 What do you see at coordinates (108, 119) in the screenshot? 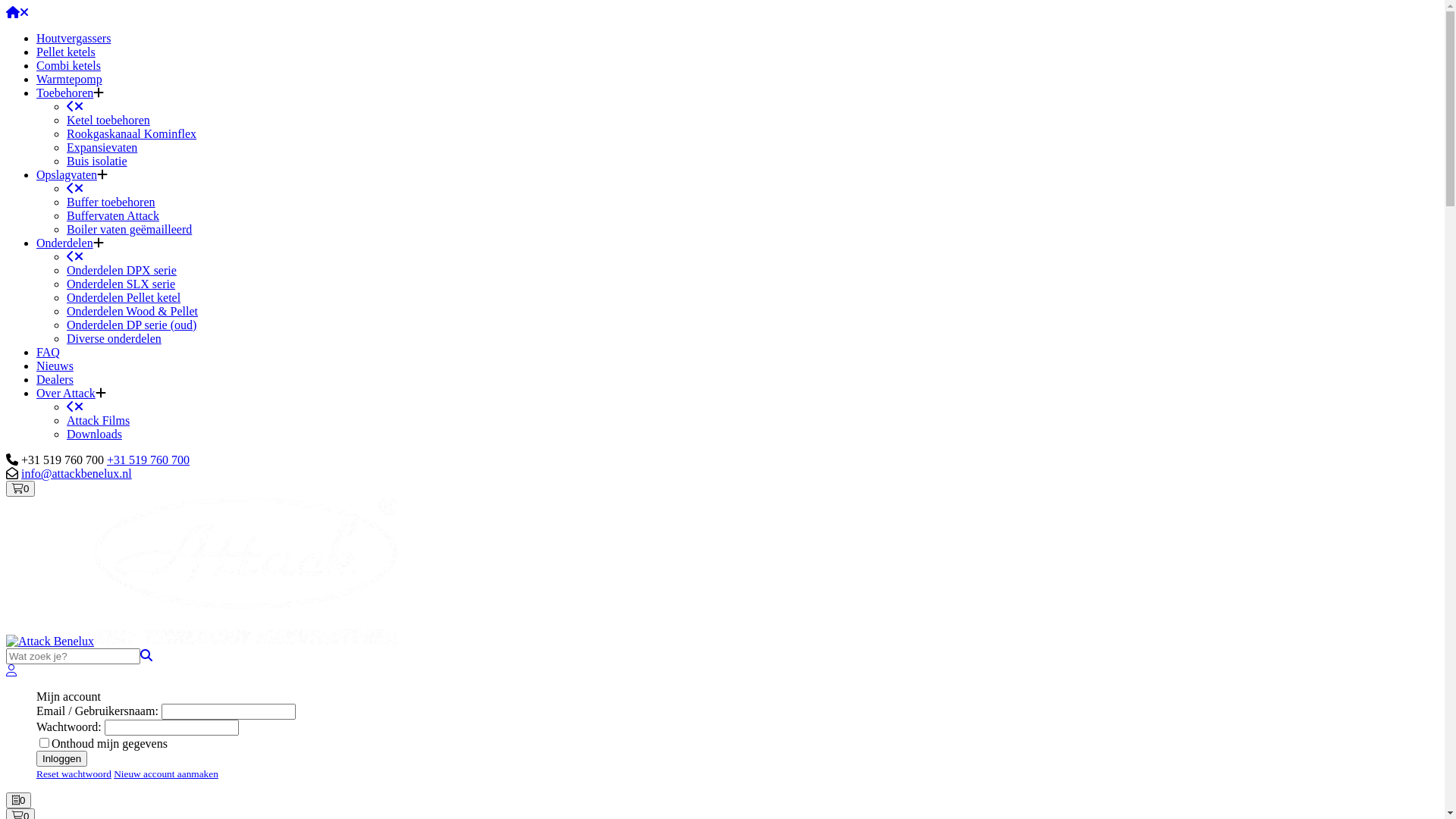
I see `'Ketel toebehoren'` at bounding box center [108, 119].